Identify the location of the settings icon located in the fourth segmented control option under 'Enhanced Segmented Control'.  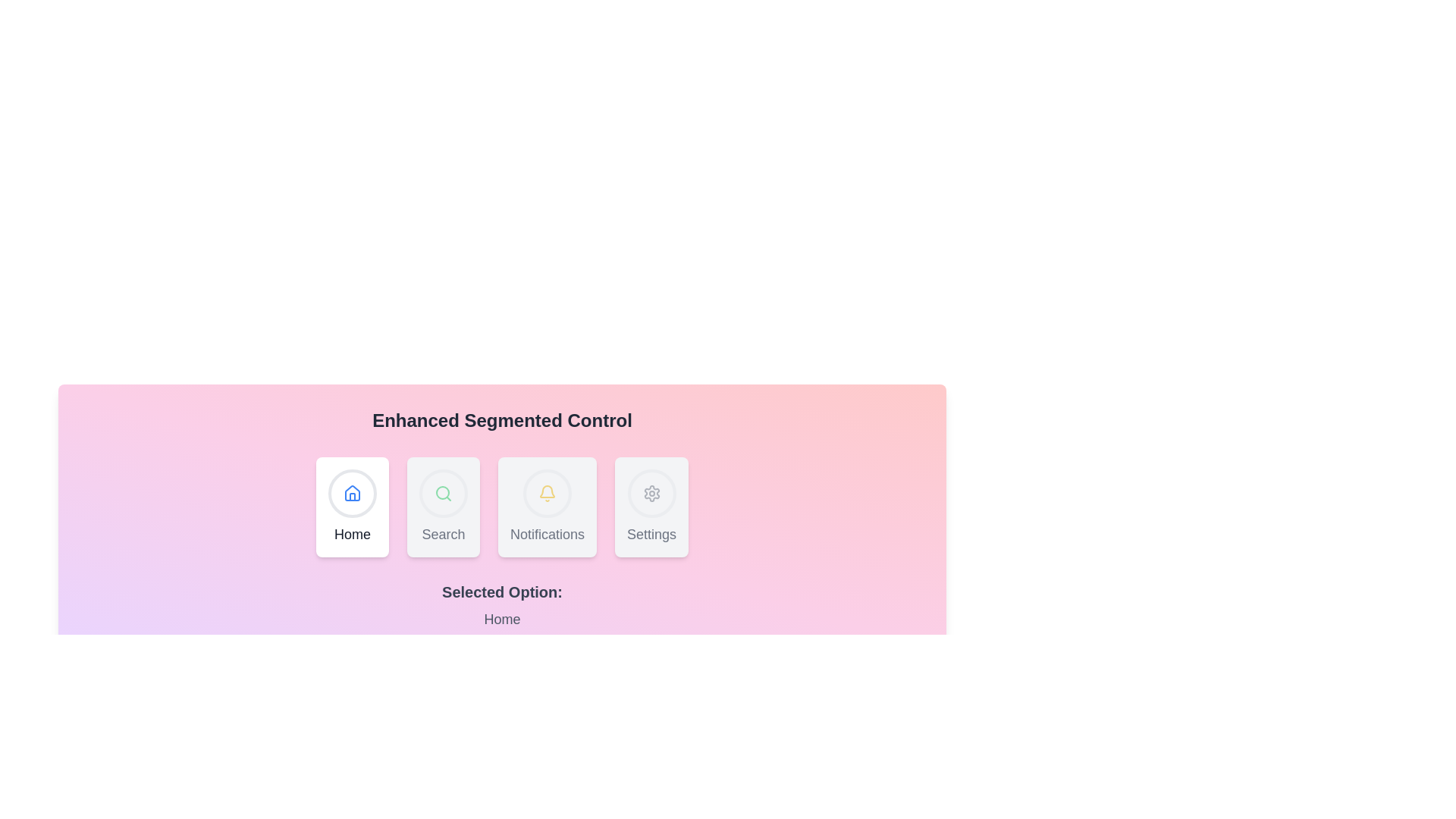
(651, 494).